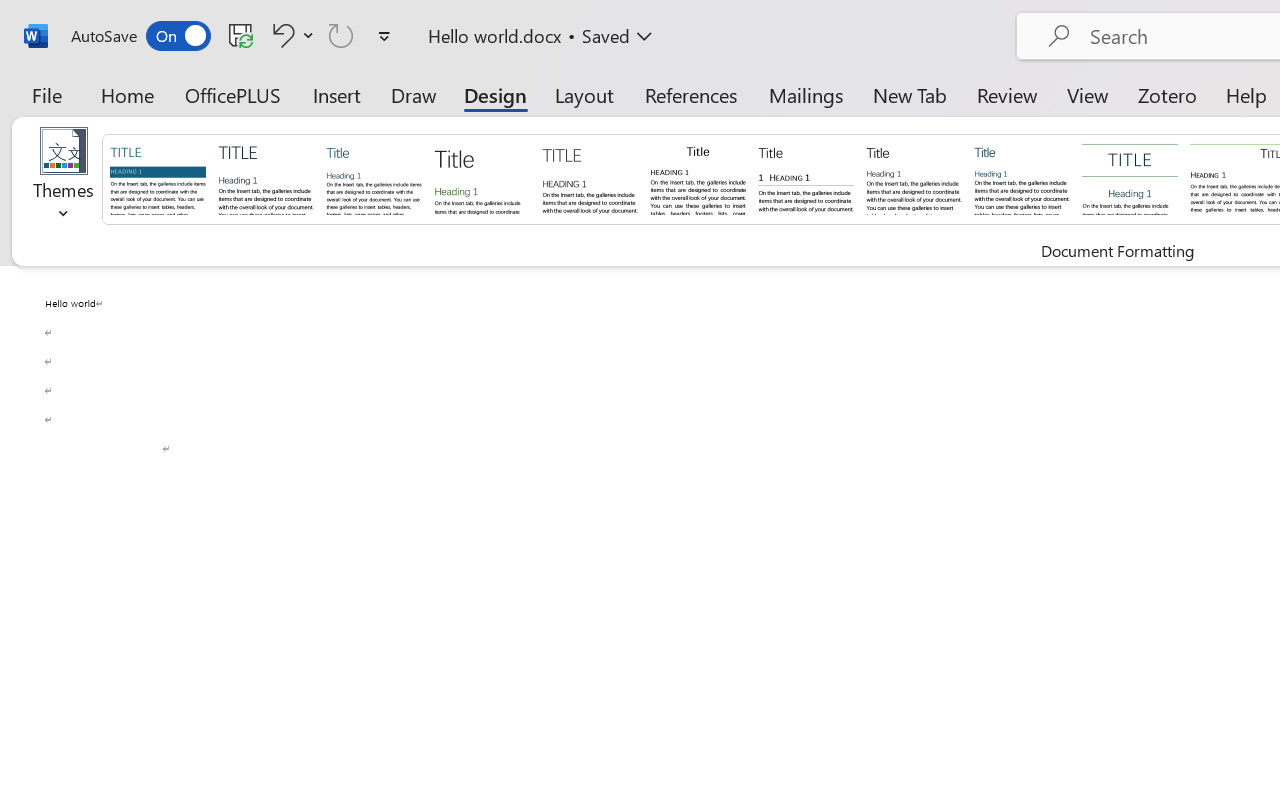 The height and width of the screenshot is (800, 1280). What do you see at coordinates (806, 177) in the screenshot?
I see `'Black & White (Numbered)'` at bounding box center [806, 177].